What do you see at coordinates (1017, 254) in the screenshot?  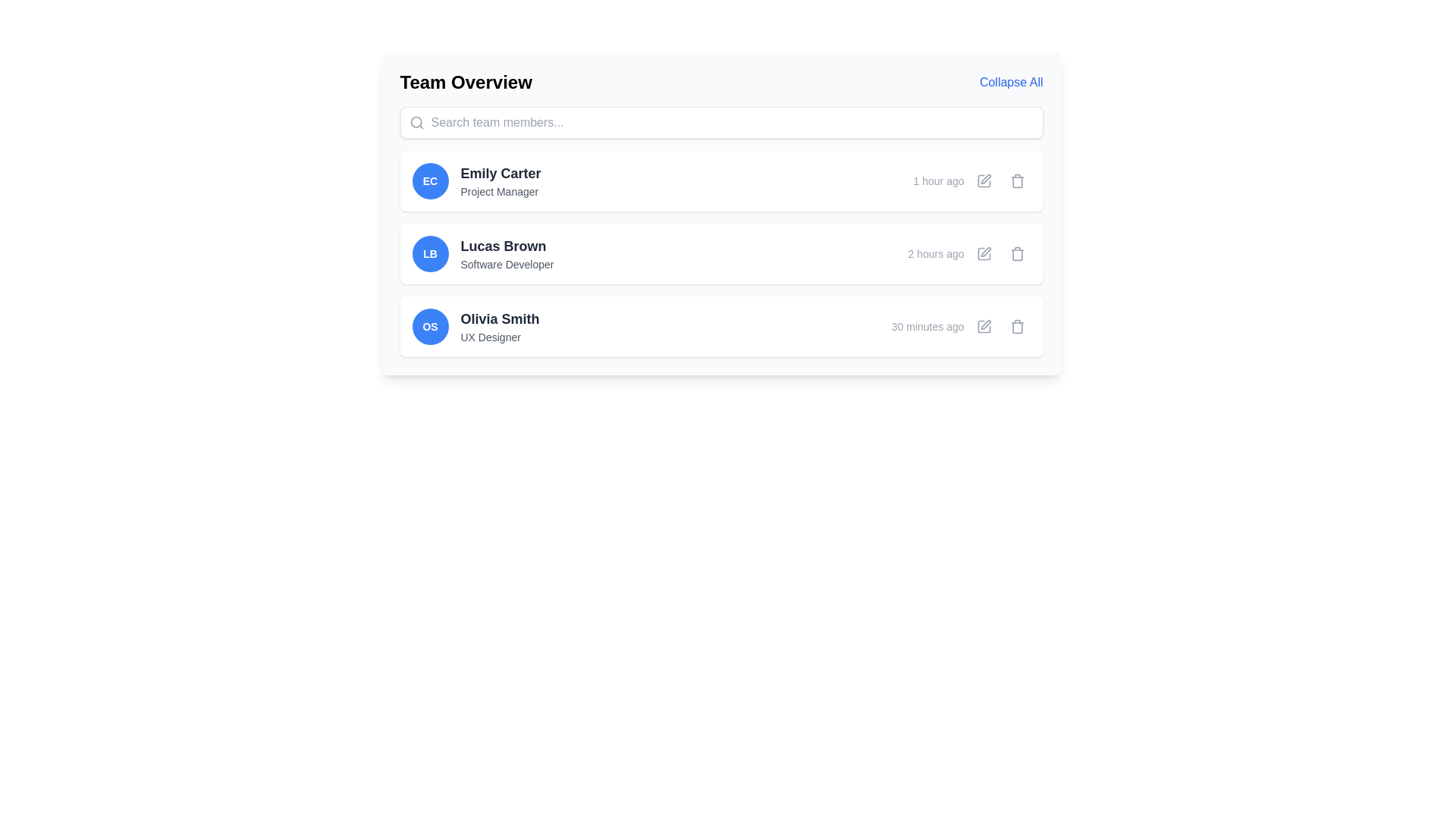 I see `the trash bin icon associated with the 'Lucas Brown' row in the 'Team Overview' section` at bounding box center [1017, 254].